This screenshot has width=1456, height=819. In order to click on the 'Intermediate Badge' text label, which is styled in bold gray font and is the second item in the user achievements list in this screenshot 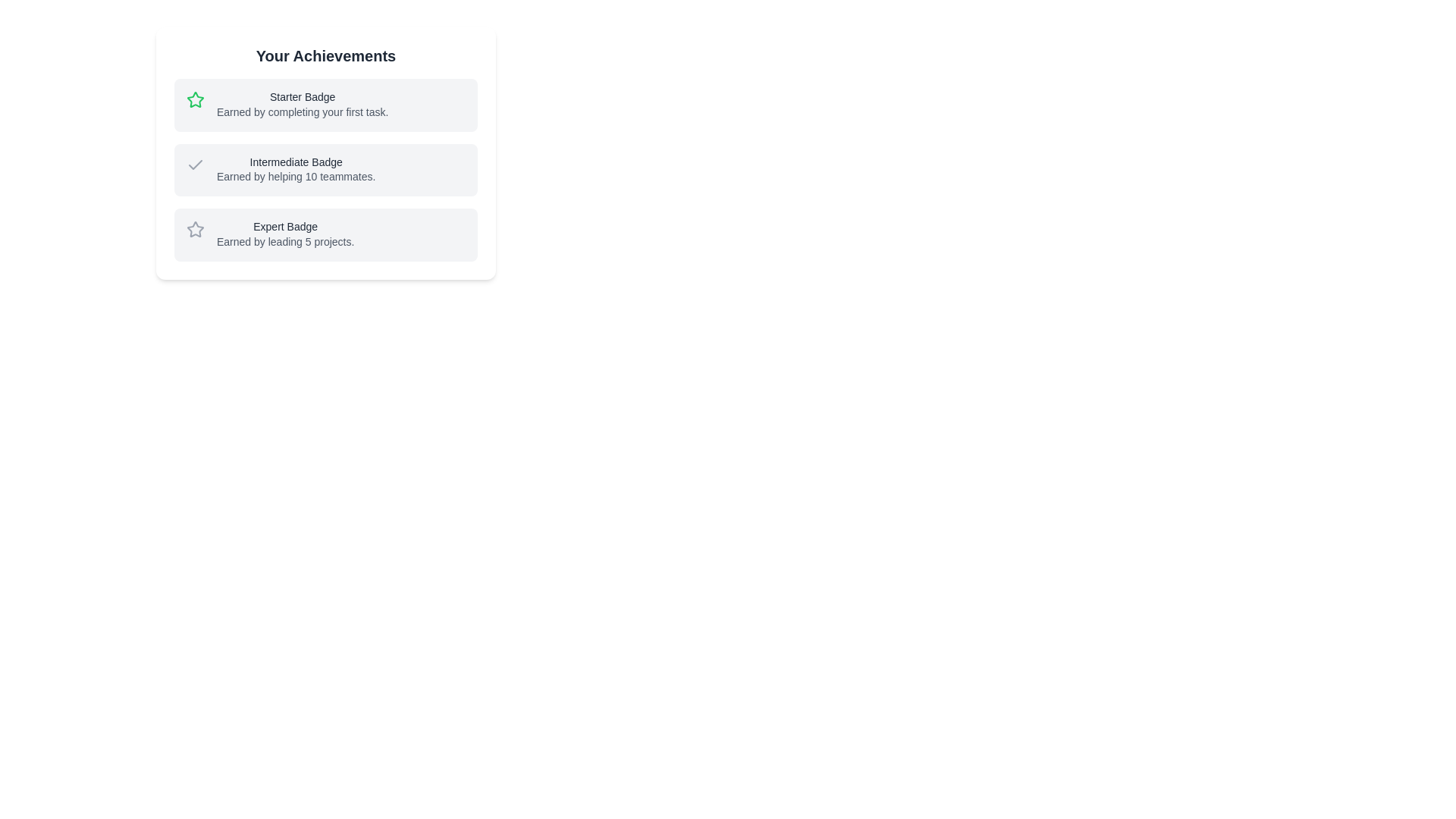, I will do `click(296, 170)`.